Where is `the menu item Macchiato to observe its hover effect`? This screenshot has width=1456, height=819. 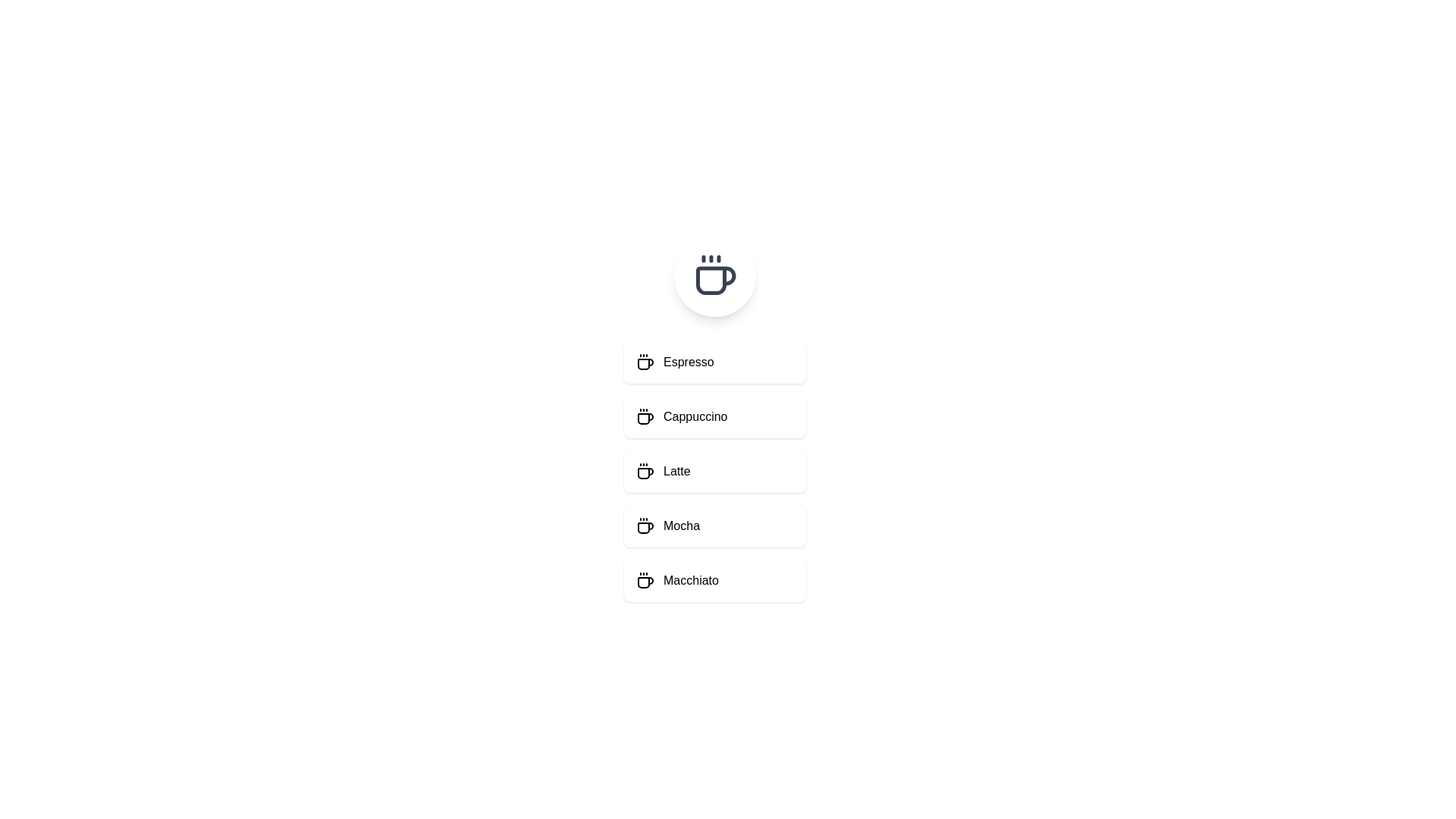 the menu item Macchiato to observe its hover effect is located at coordinates (714, 580).